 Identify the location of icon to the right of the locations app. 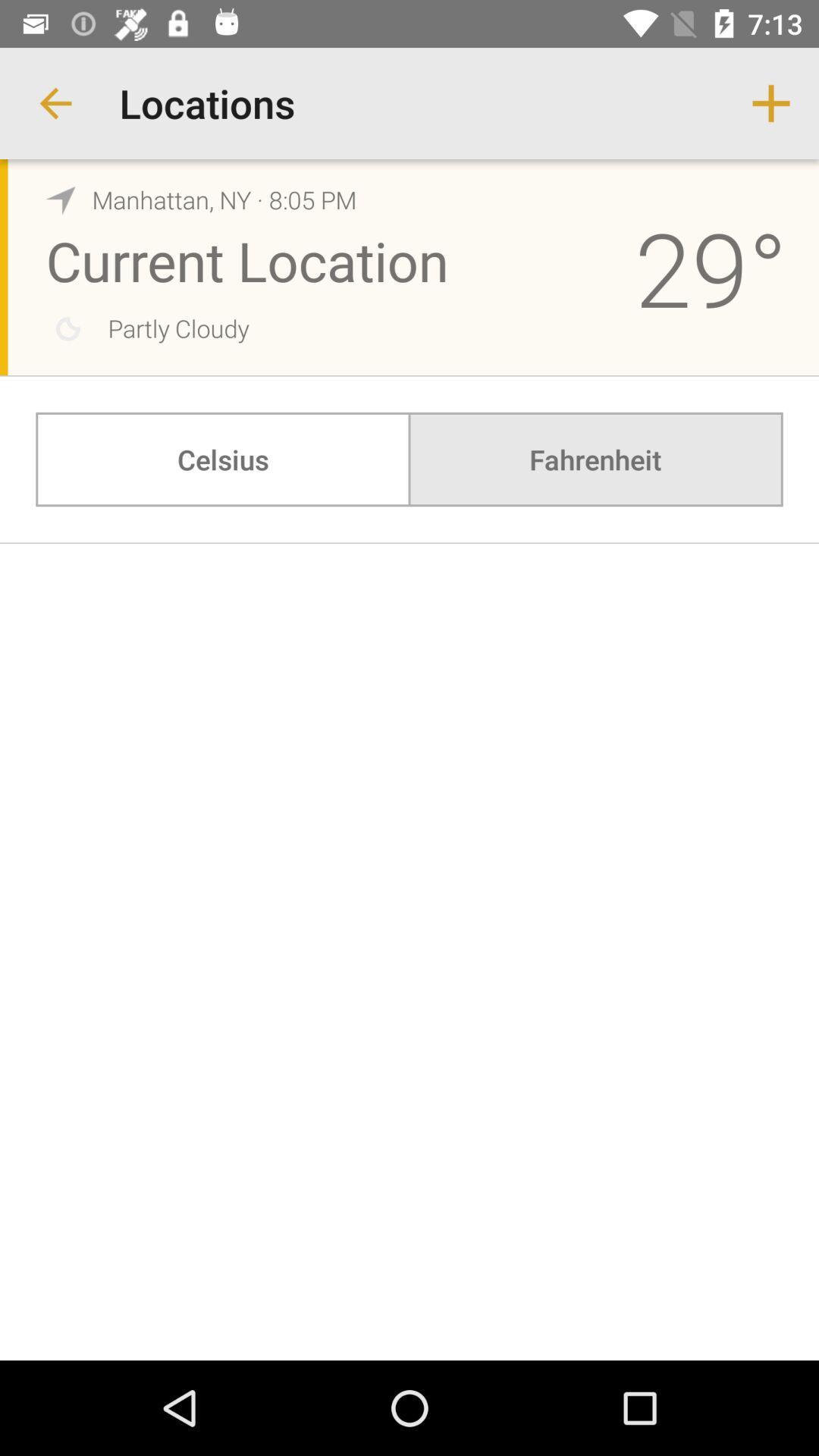
(771, 102).